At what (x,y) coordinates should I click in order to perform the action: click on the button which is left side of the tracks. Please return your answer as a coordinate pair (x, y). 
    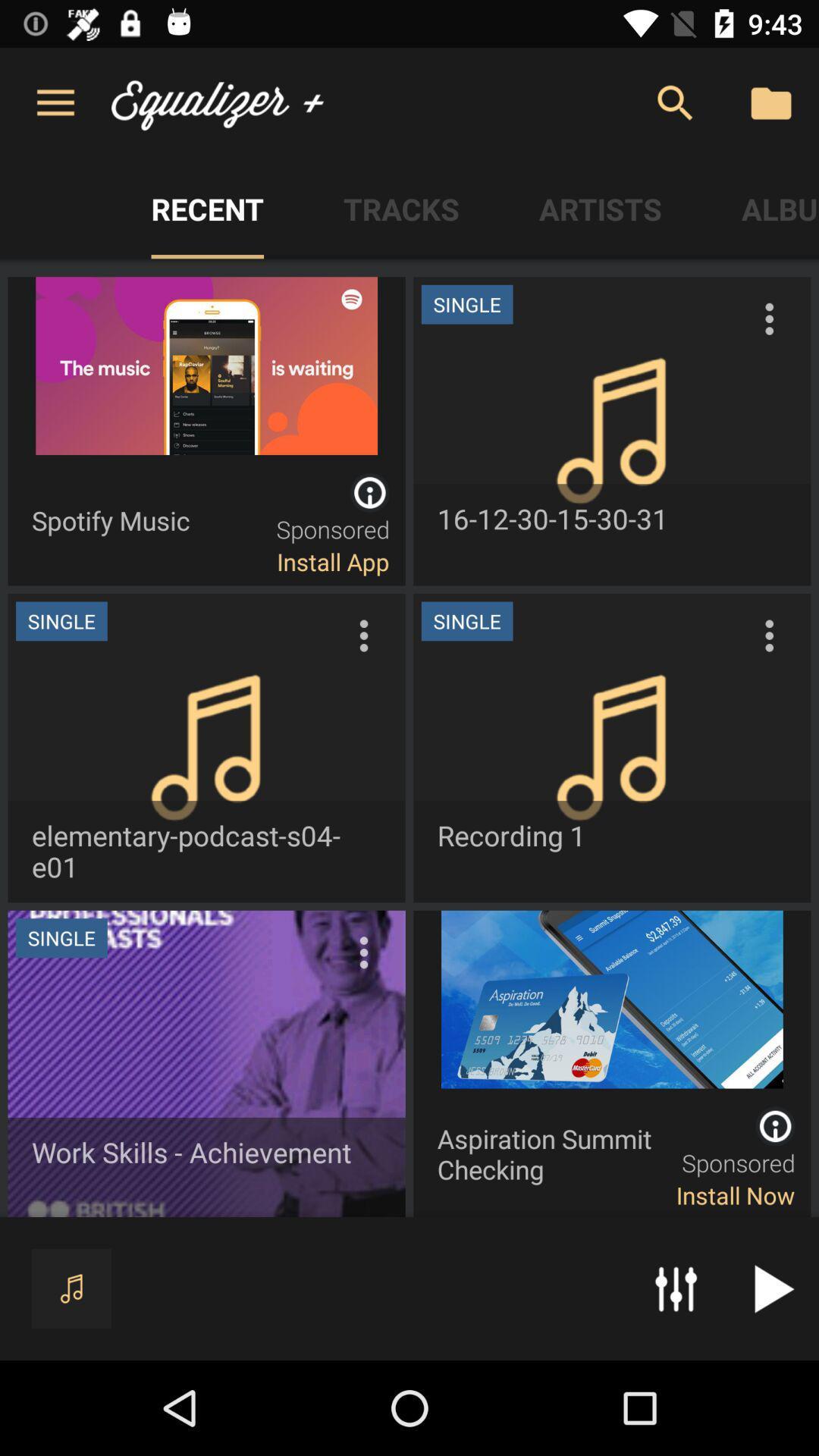
    Looking at the image, I should click on (207, 208).